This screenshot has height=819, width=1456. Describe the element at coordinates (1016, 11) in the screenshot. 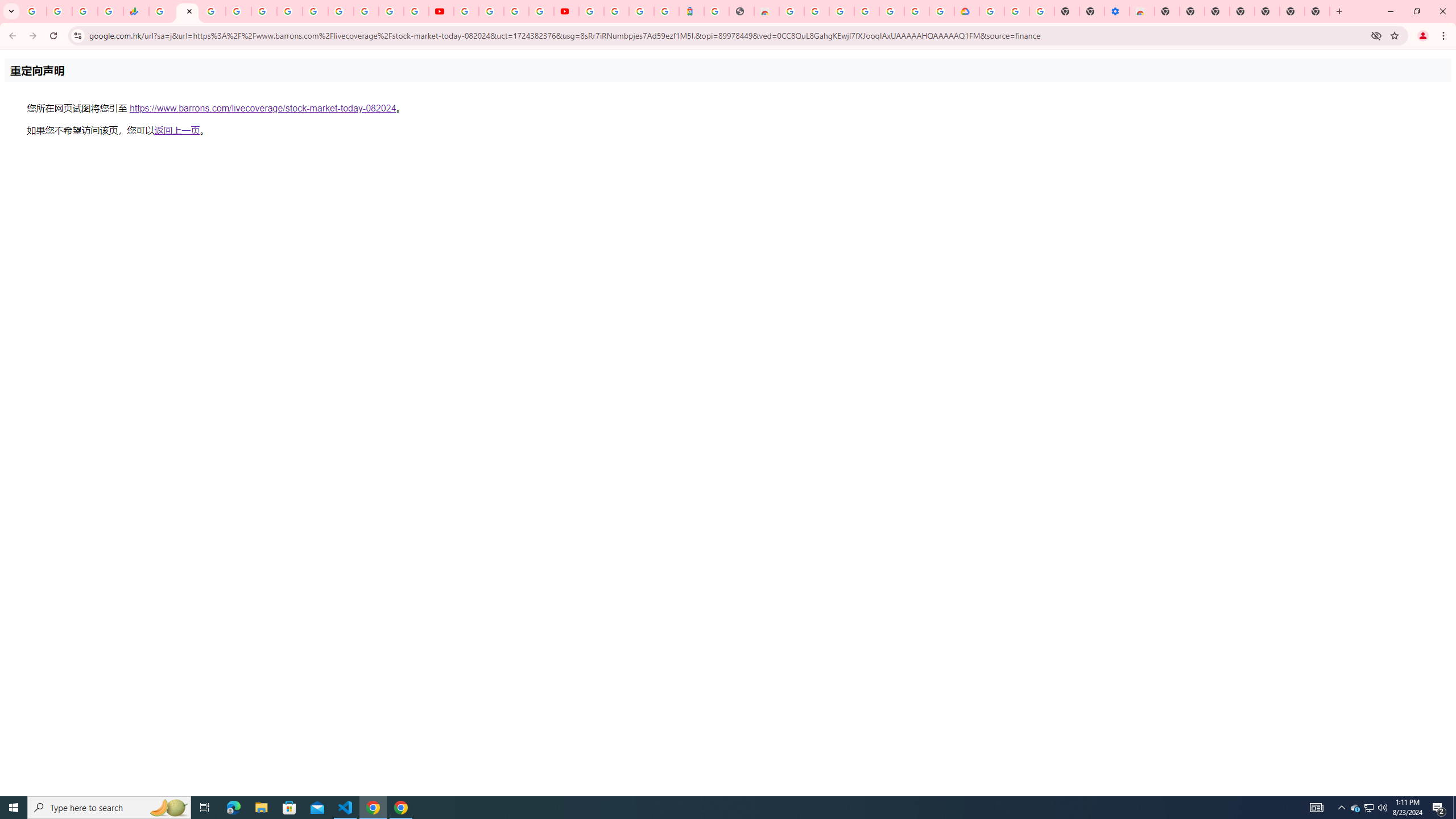

I see `'Google Account Help'` at that location.